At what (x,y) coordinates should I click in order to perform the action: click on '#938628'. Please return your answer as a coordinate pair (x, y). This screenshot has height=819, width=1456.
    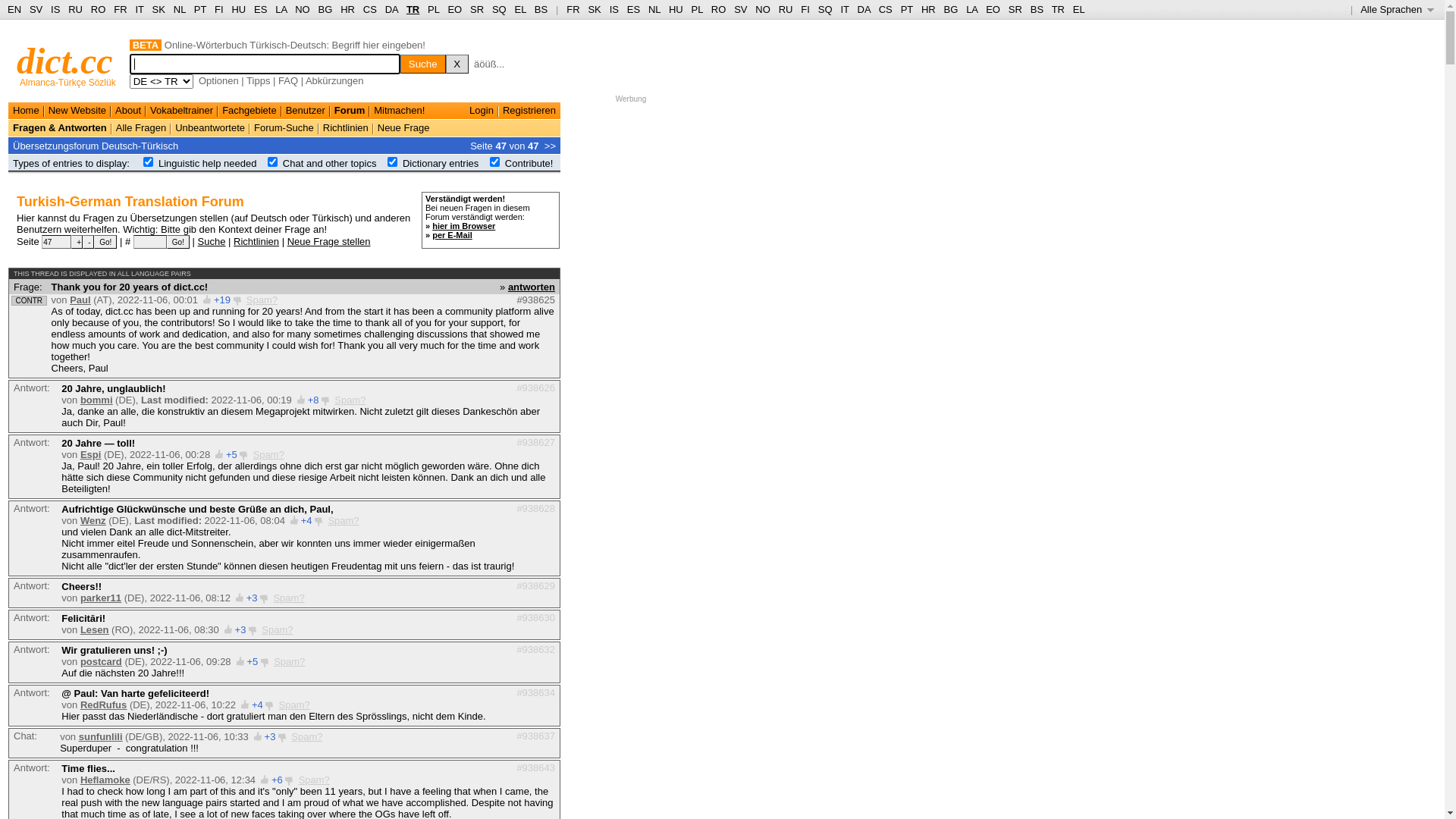
    Looking at the image, I should click on (535, 507).